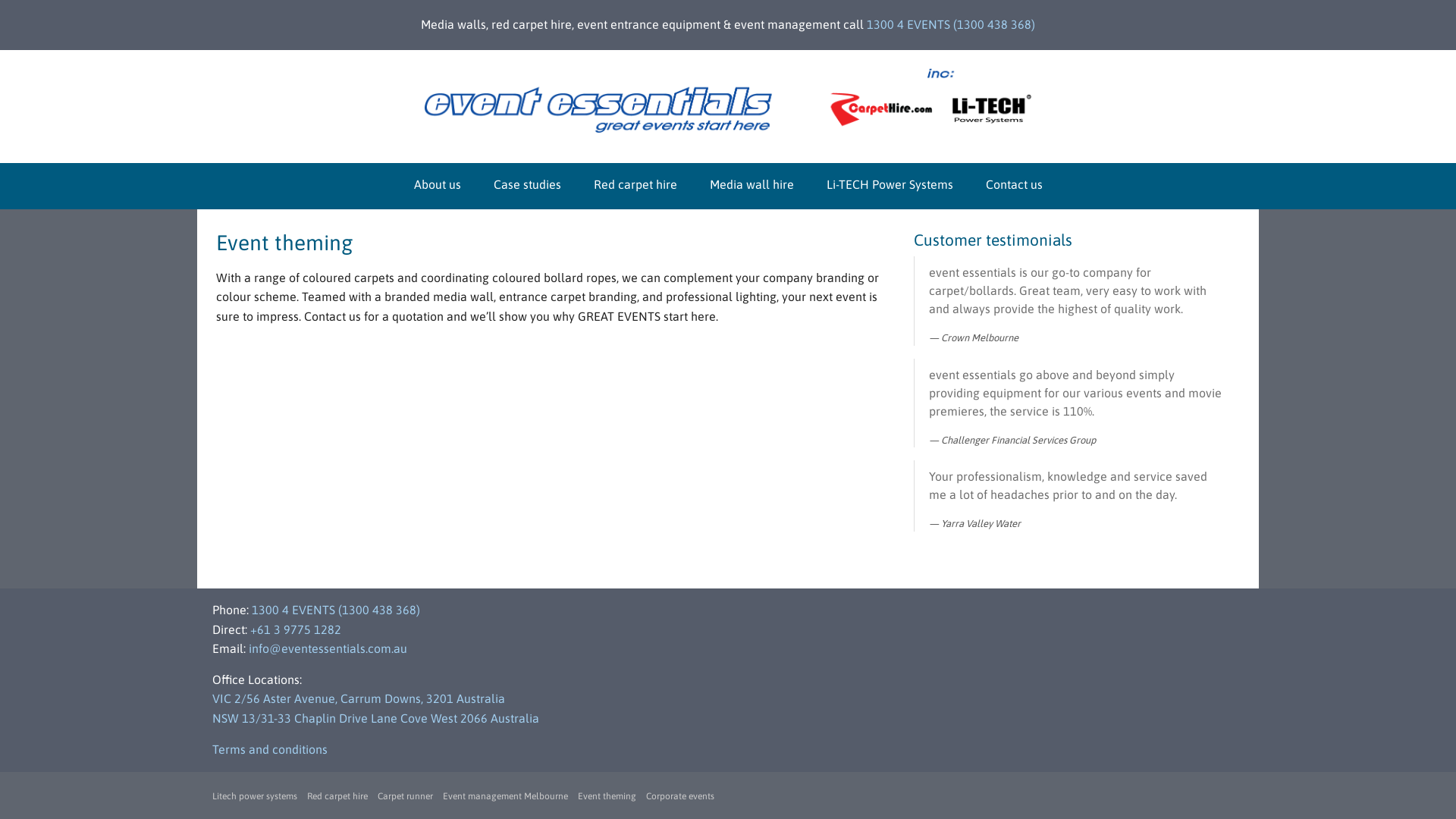  I want to click on '+61 3 9775 1282', so click(295, 629).